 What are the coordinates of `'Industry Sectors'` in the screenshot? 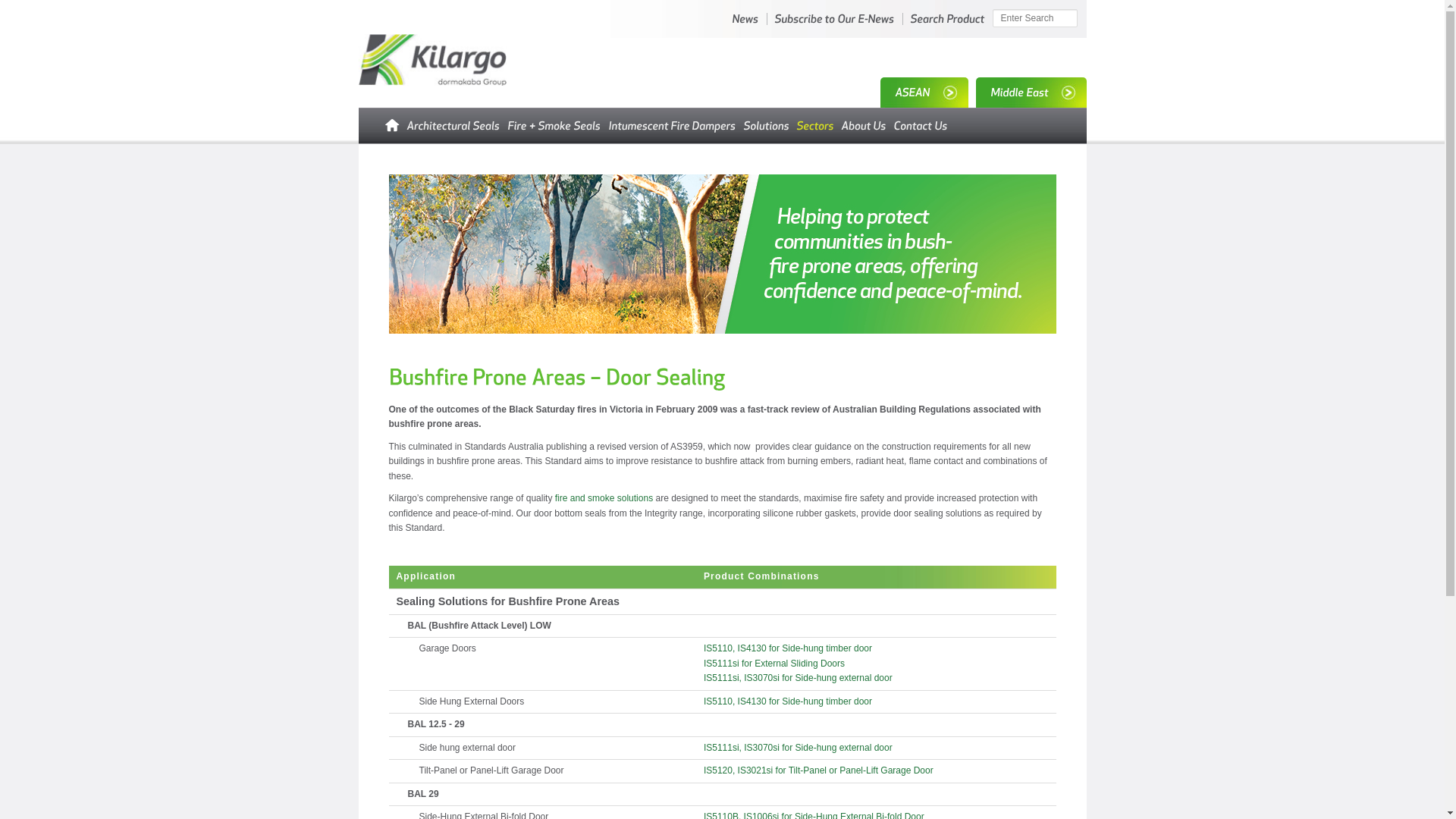 It's located at (792, 124).